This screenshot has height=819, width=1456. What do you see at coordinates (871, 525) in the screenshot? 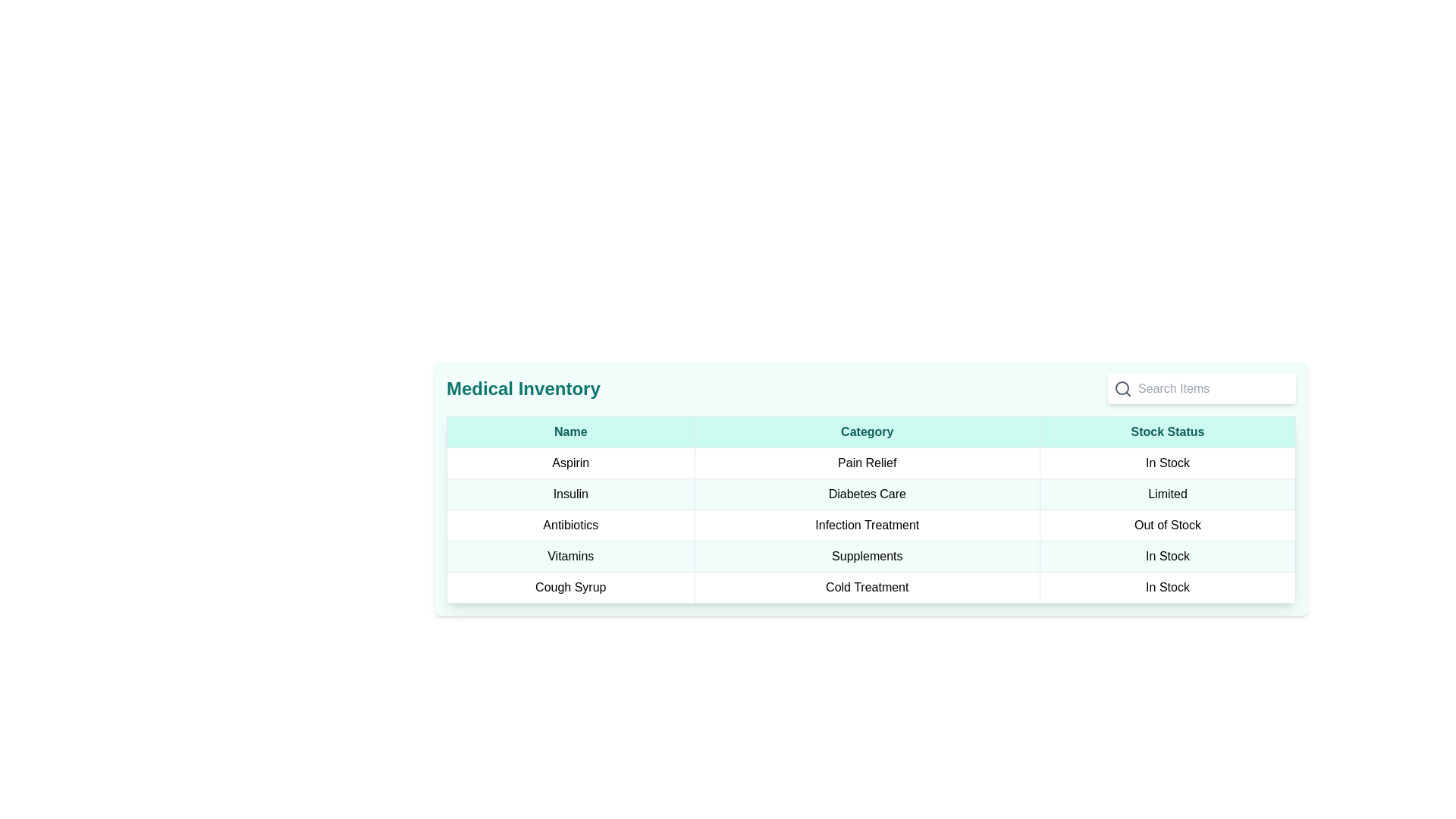
I see `the third row of the table representing 'Antibiotics' in the 'Name' column, 'Infection Treatment' in the 'Category' column, and 'Out of Stock' in the 'Stock Status' column` at bounding box center [871, 525].